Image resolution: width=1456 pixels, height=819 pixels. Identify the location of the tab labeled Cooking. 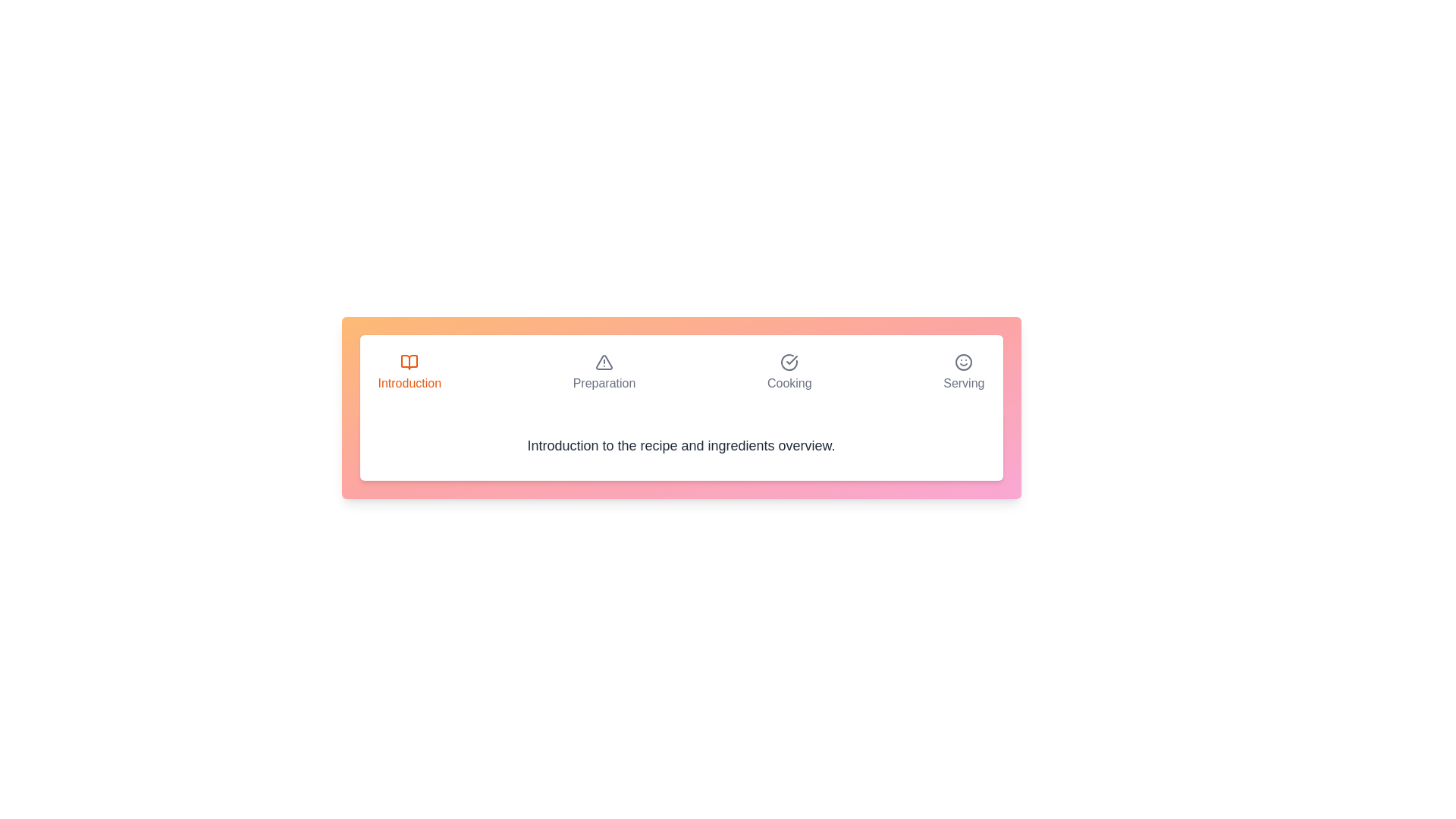
(789, 373).